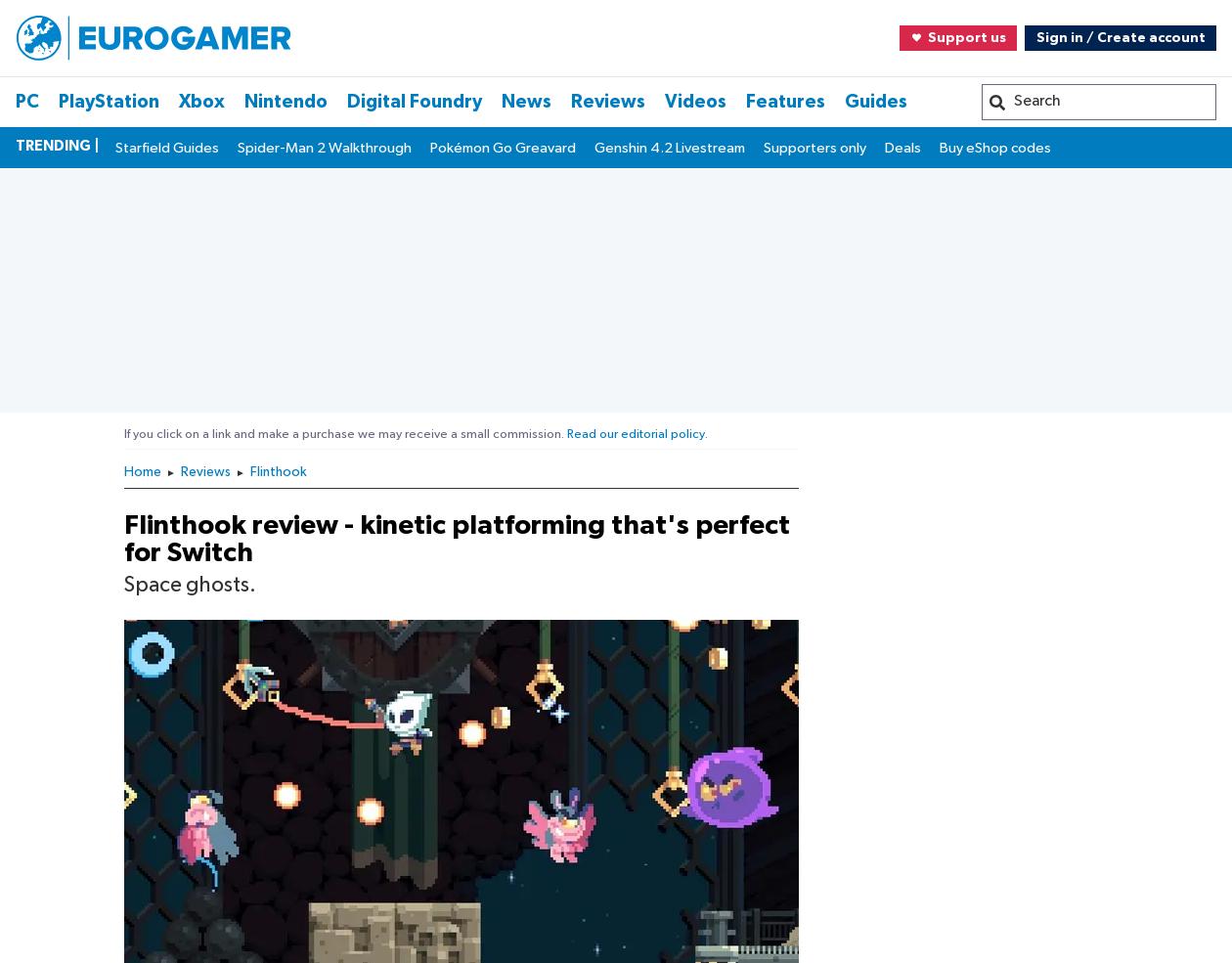 The height and width of the screenshot is (963, 1232). What do you see at coordinates (331, 397) in the screenshot?
I see `'All rights reserved. No part of this website or its content may be reproduced without the copyright owner's permission.'` at bounding box center [331, 397].